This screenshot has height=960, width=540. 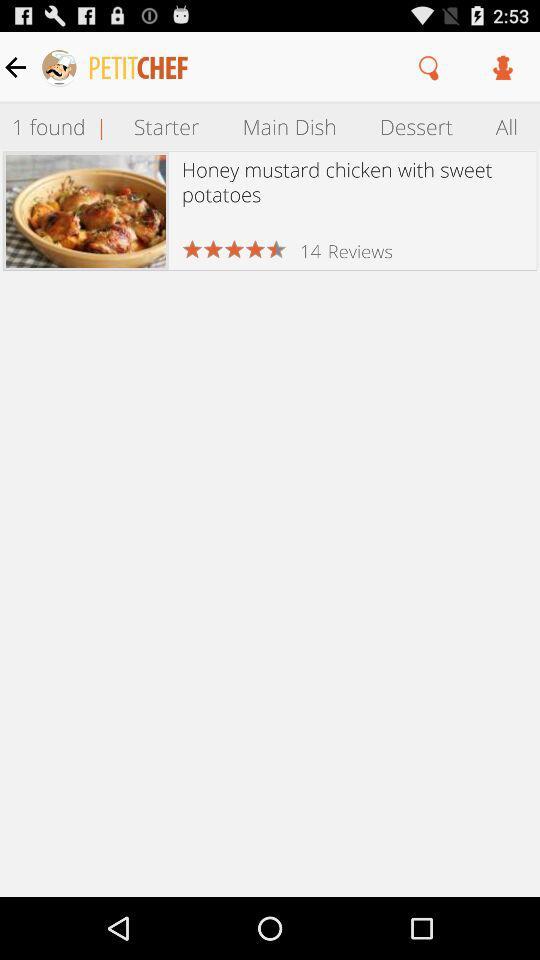 What do you see at coordinates (288, 125) in the screenshot?
I see `the main dish item` at bounding box center [288, 125].